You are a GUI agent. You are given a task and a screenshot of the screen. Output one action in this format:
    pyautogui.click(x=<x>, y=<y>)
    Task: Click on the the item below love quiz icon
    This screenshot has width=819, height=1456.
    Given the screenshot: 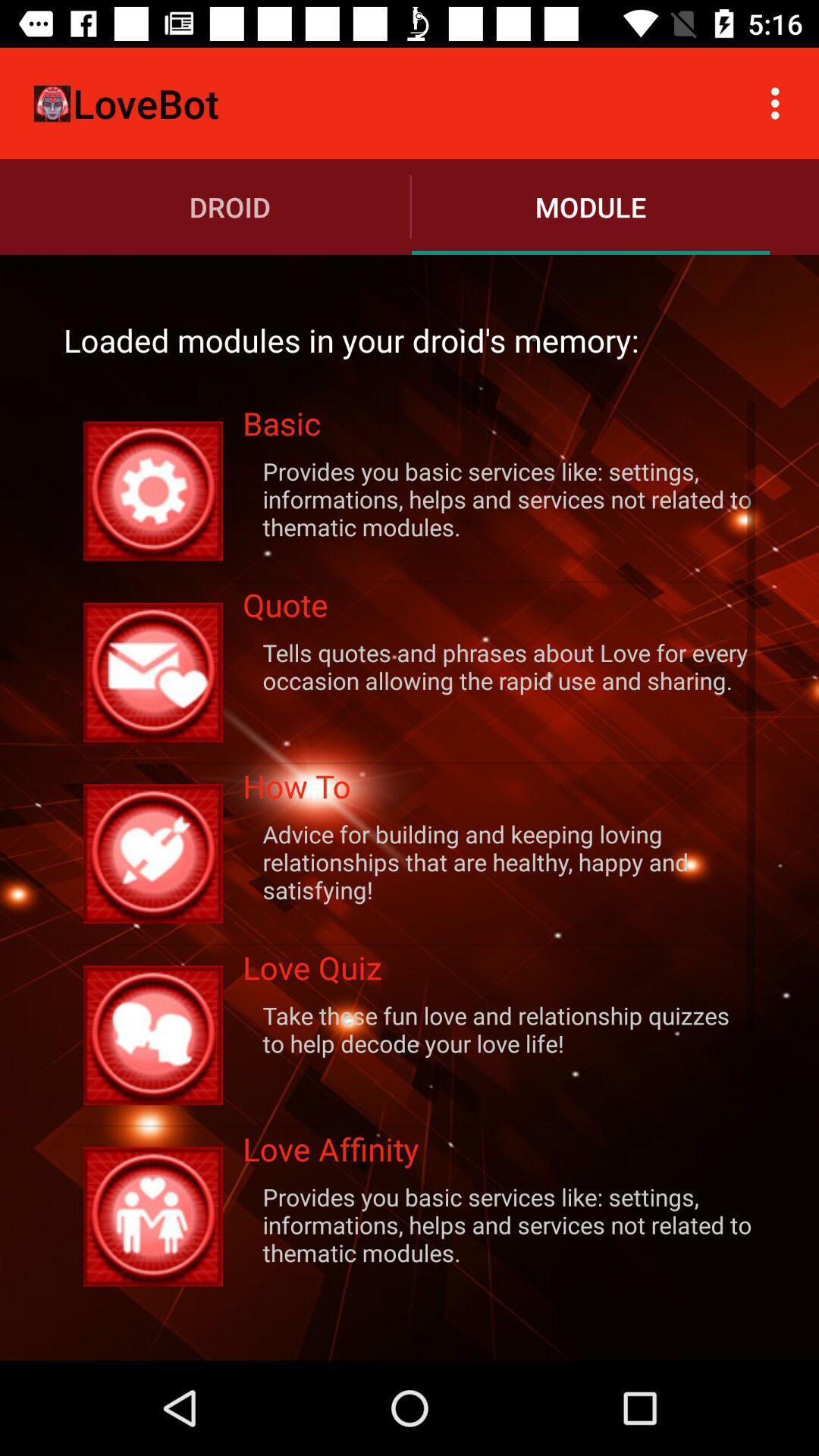 What is the action you would take?
    pyautogui.click(x=499, y=1029)
    